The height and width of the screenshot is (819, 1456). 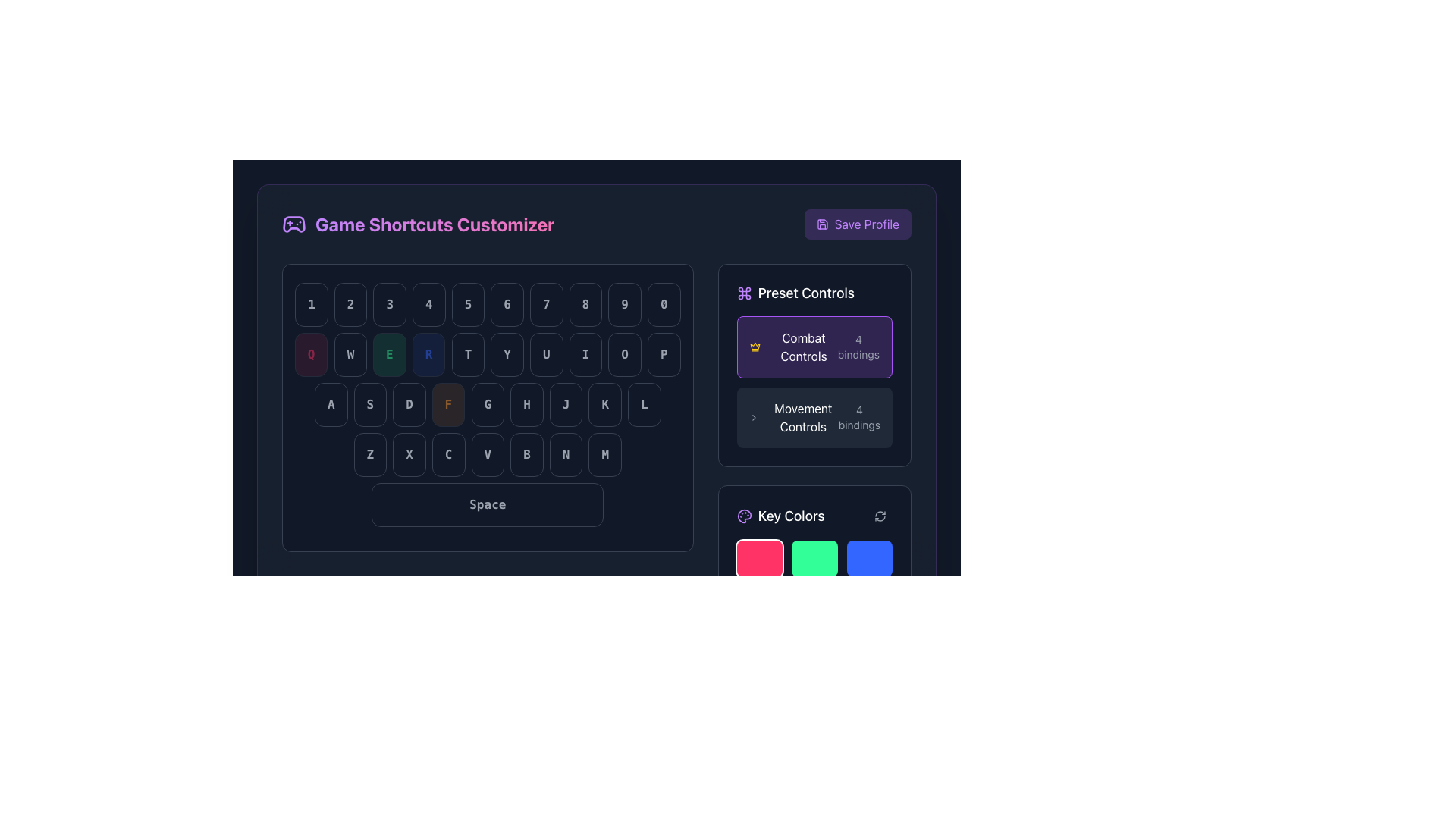 What do you see at coordinates (880, 516) in the screenshot?
I see `the refresh button located on the right side of the 'Key Colors' section` at bounding box center [880, 516].